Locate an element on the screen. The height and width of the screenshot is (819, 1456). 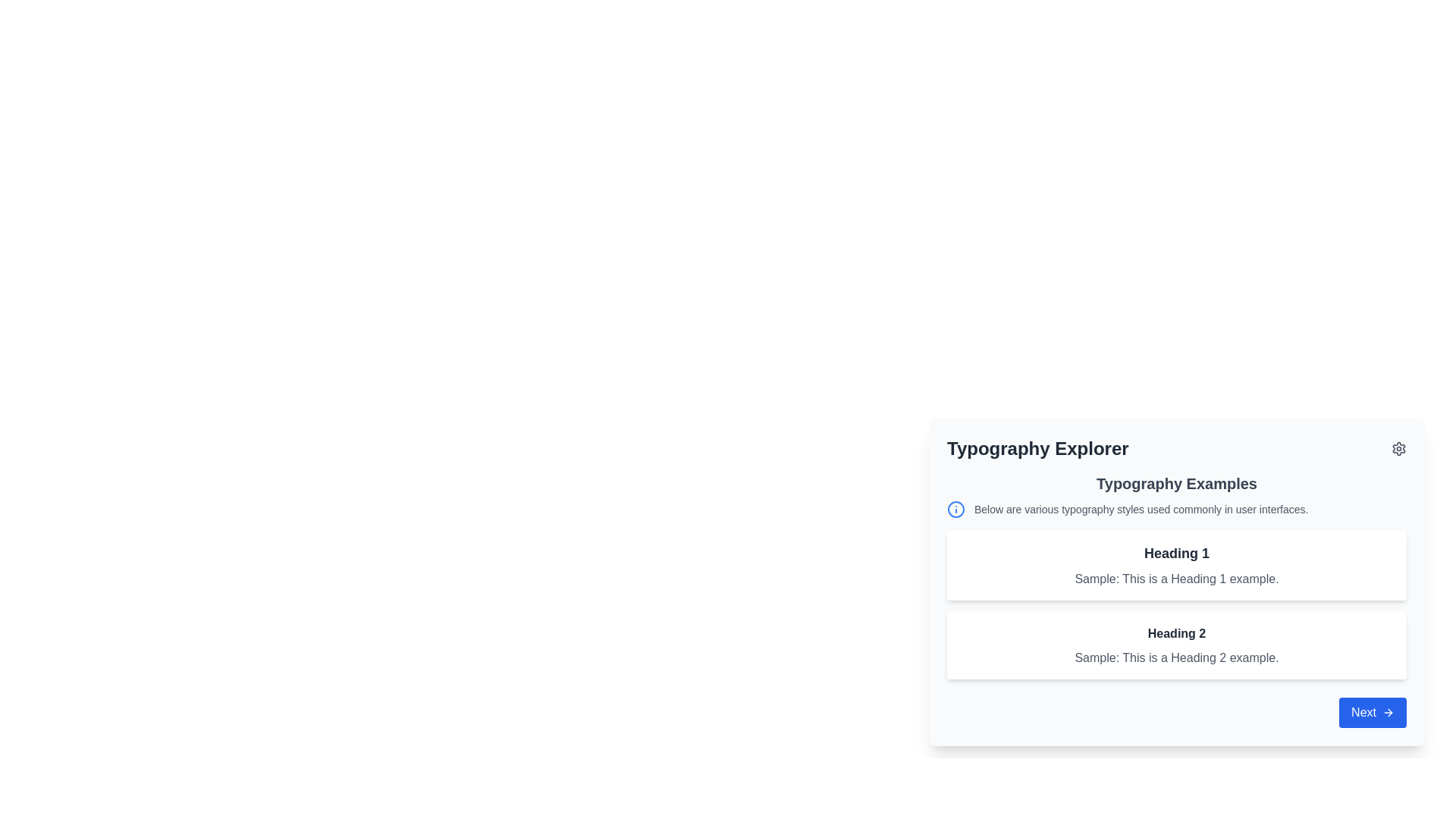
the right-pointing arrow icon located at the bottom-right corner of the 'Typography Explorer' card interface, adjacent to the 'Next' button text is located at coordinates (1390, 713).